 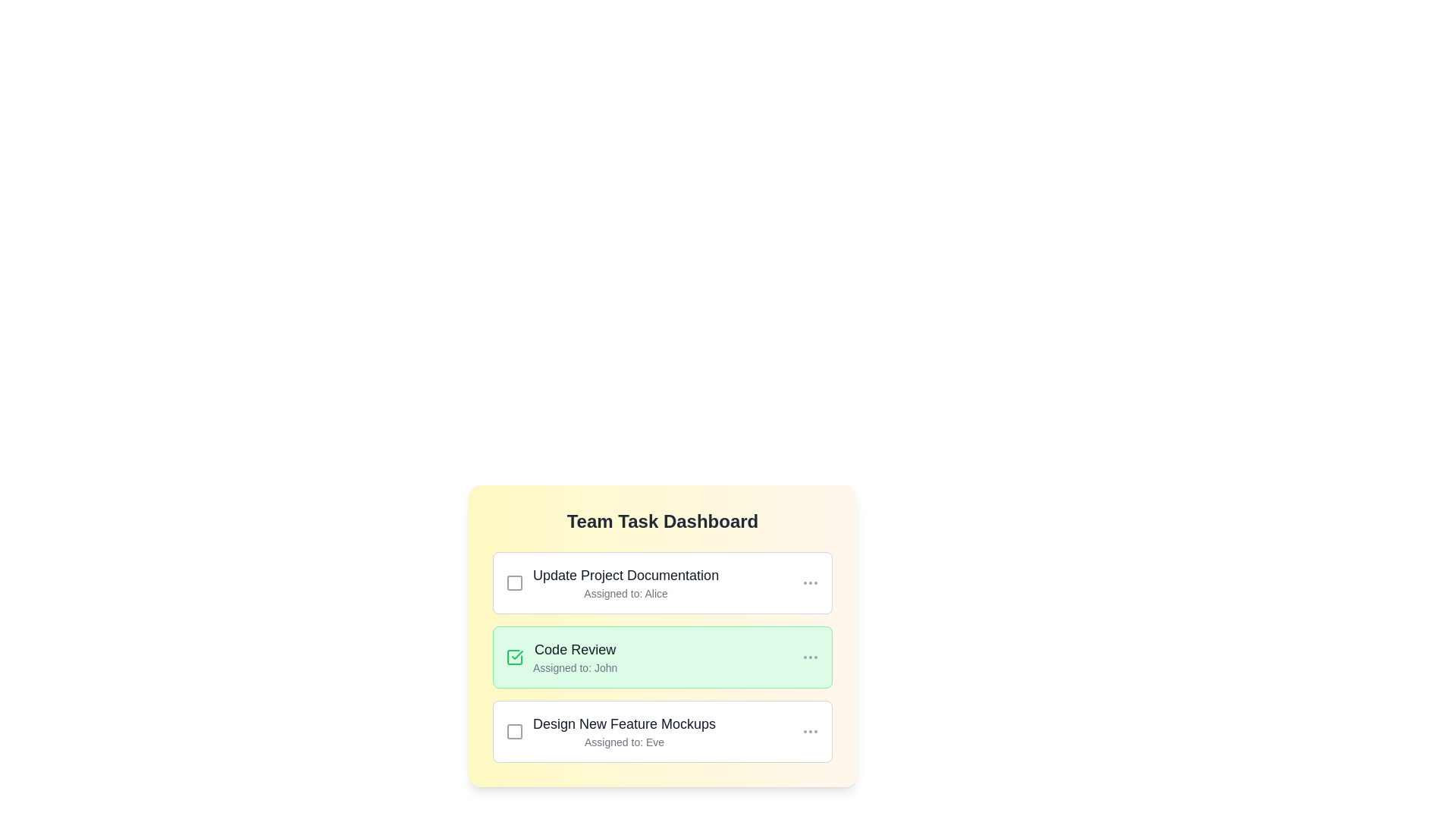 I want to click on the 'More' button for the task 'Code Review', so click(x=810, y=657).